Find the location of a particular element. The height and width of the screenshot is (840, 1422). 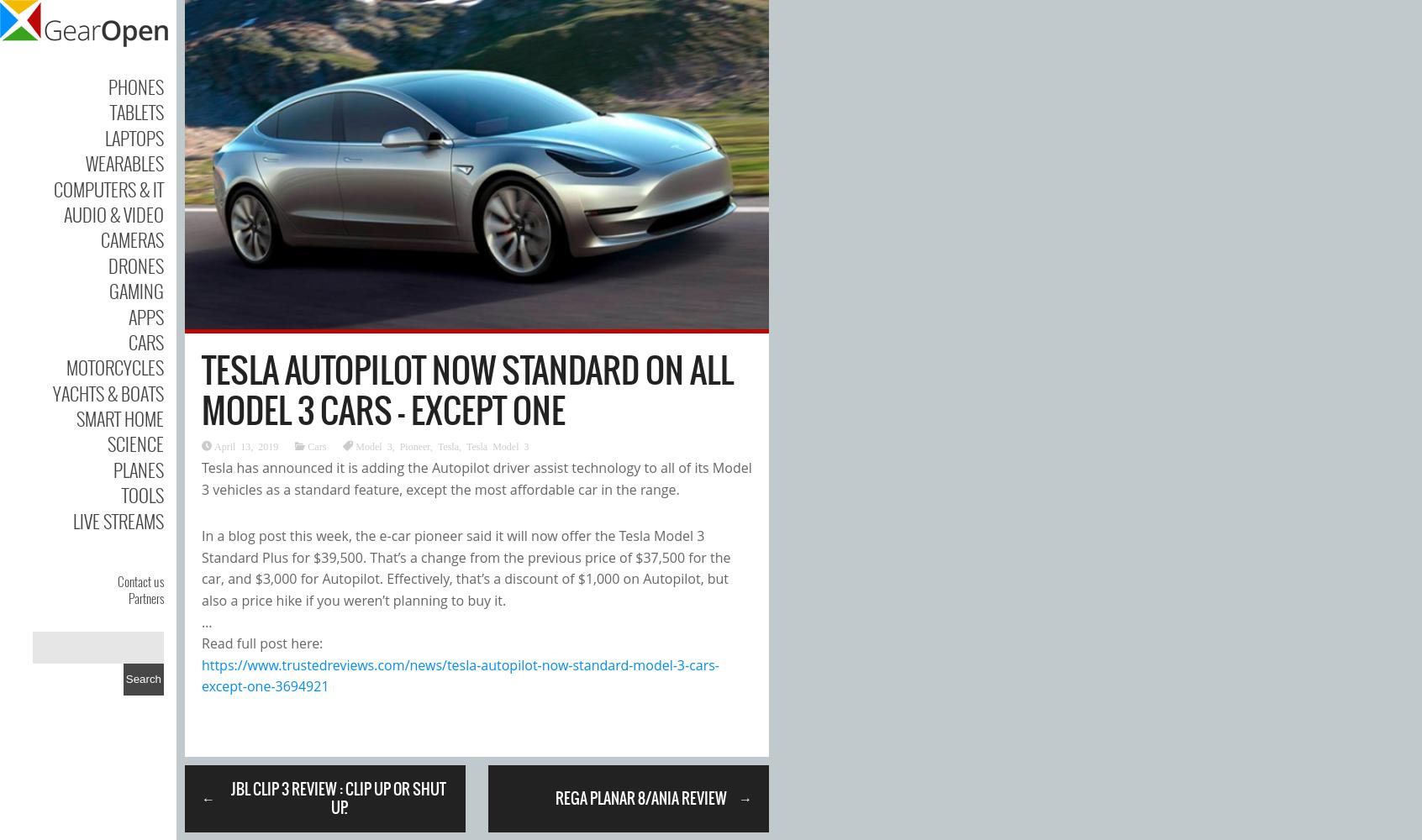

'In a blog post this week, the e-car pioneer said it will now offer the Tesla Model 3 Standard Plus for $39,500. That’s a change from the previous price of $37,500 for the car, and $3,000 for Autopilot. Effectively, that’s a discount of $1,000 on Autopilot, but also a price hike if you weren’t planning to buy it.' is located at coordinates (466, 568).